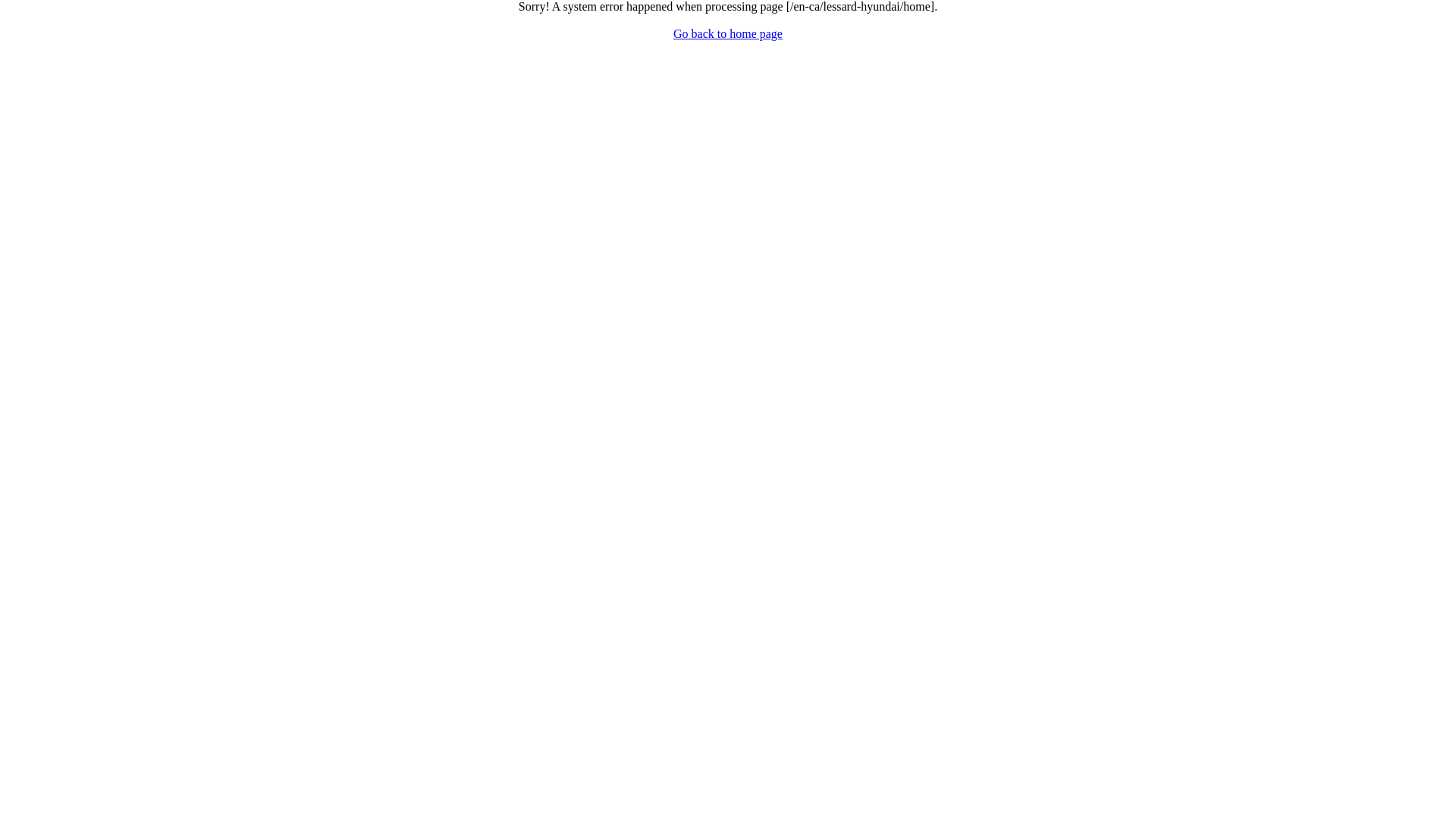 Image resolution: width=1456 pixels, height=819 pixels. What do you see at coordinates (728, 33) in the screenshot?
I see `'Go back to home page'` at bounding box center [728, 33].